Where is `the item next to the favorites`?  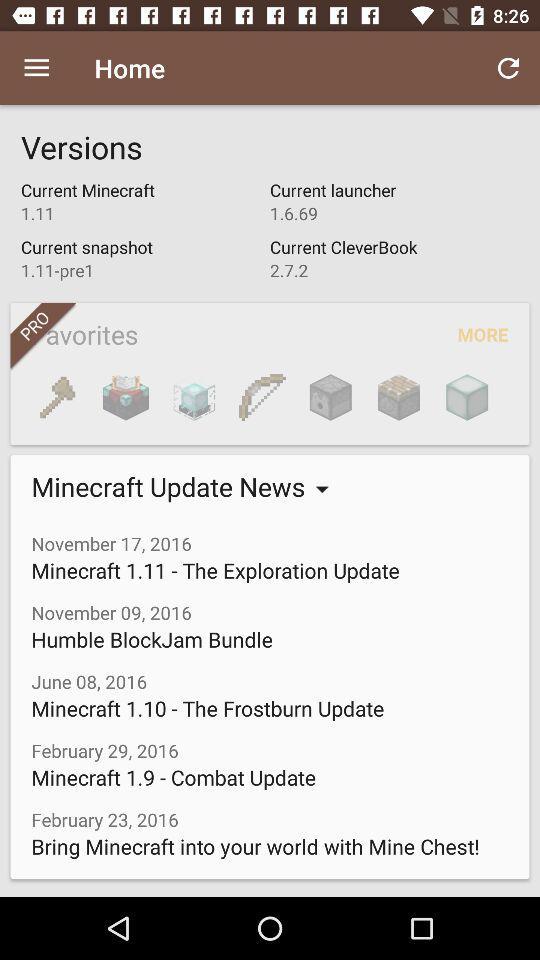 the item next to the favorites is located at coordinates (467, 396).